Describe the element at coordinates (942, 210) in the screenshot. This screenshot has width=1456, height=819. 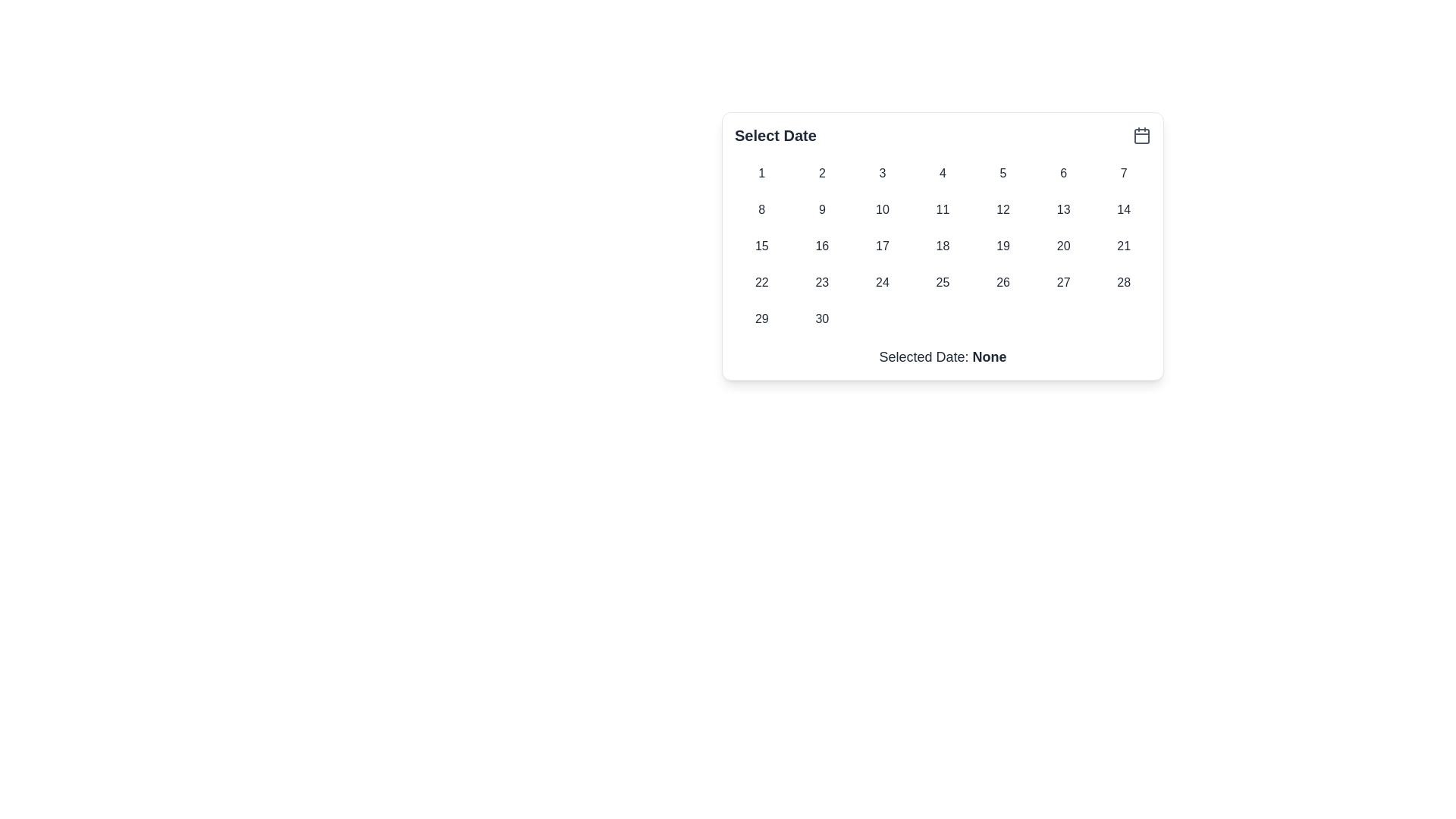
I see `the rounded rectangular button displaying the number '11'` at that location.